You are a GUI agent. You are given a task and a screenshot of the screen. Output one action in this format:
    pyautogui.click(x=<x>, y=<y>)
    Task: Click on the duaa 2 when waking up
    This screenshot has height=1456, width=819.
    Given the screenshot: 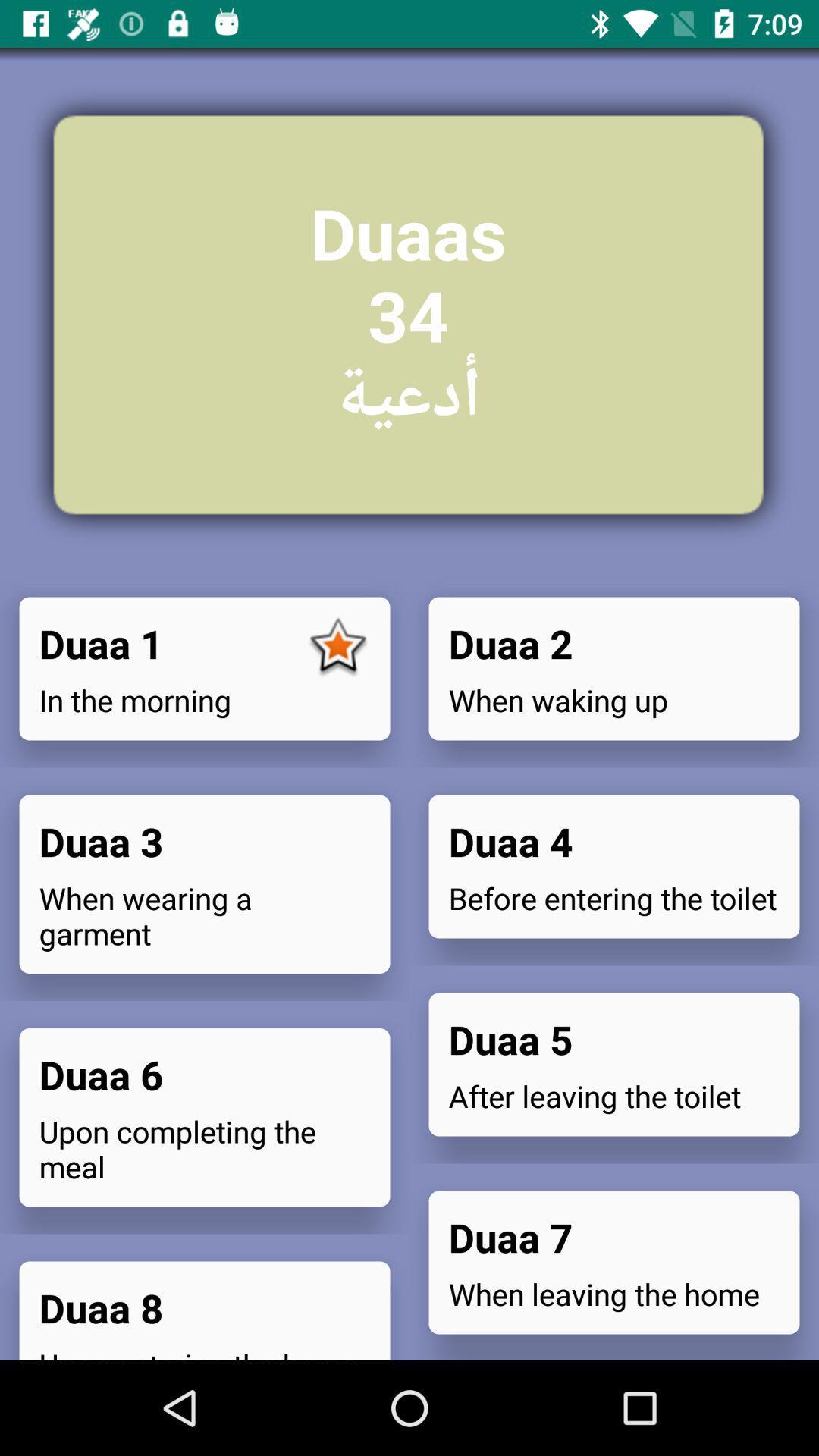 What is the action you would take?
    pyautogui.click(x=614, y=668)
    